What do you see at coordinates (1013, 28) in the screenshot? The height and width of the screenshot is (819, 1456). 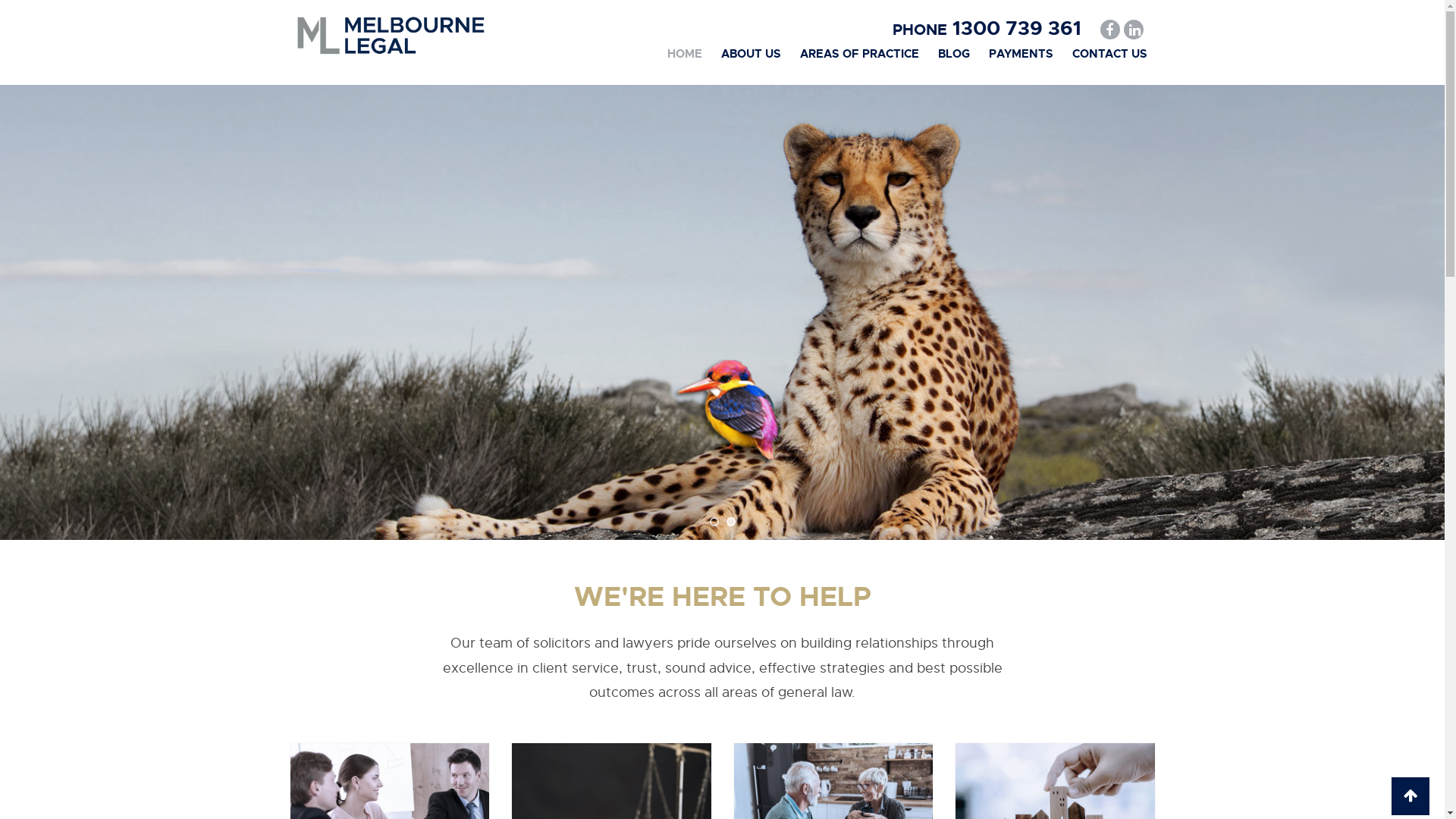 I see `'1300 739 361'` at bounding box center [1013, 28].